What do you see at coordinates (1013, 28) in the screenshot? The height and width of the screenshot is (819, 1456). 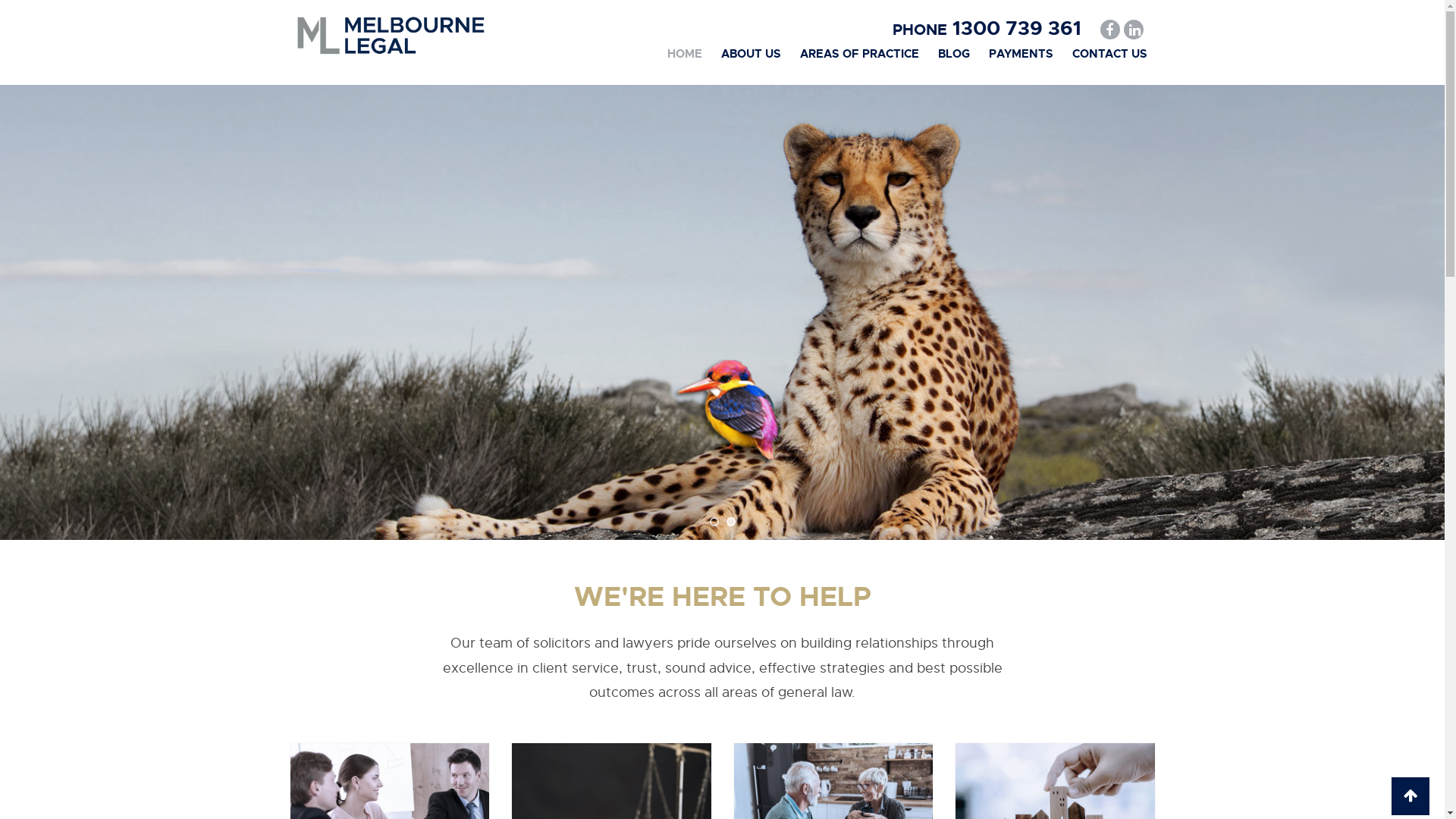 I see `'1300 739 361'` at bounding box center [1013, 28].